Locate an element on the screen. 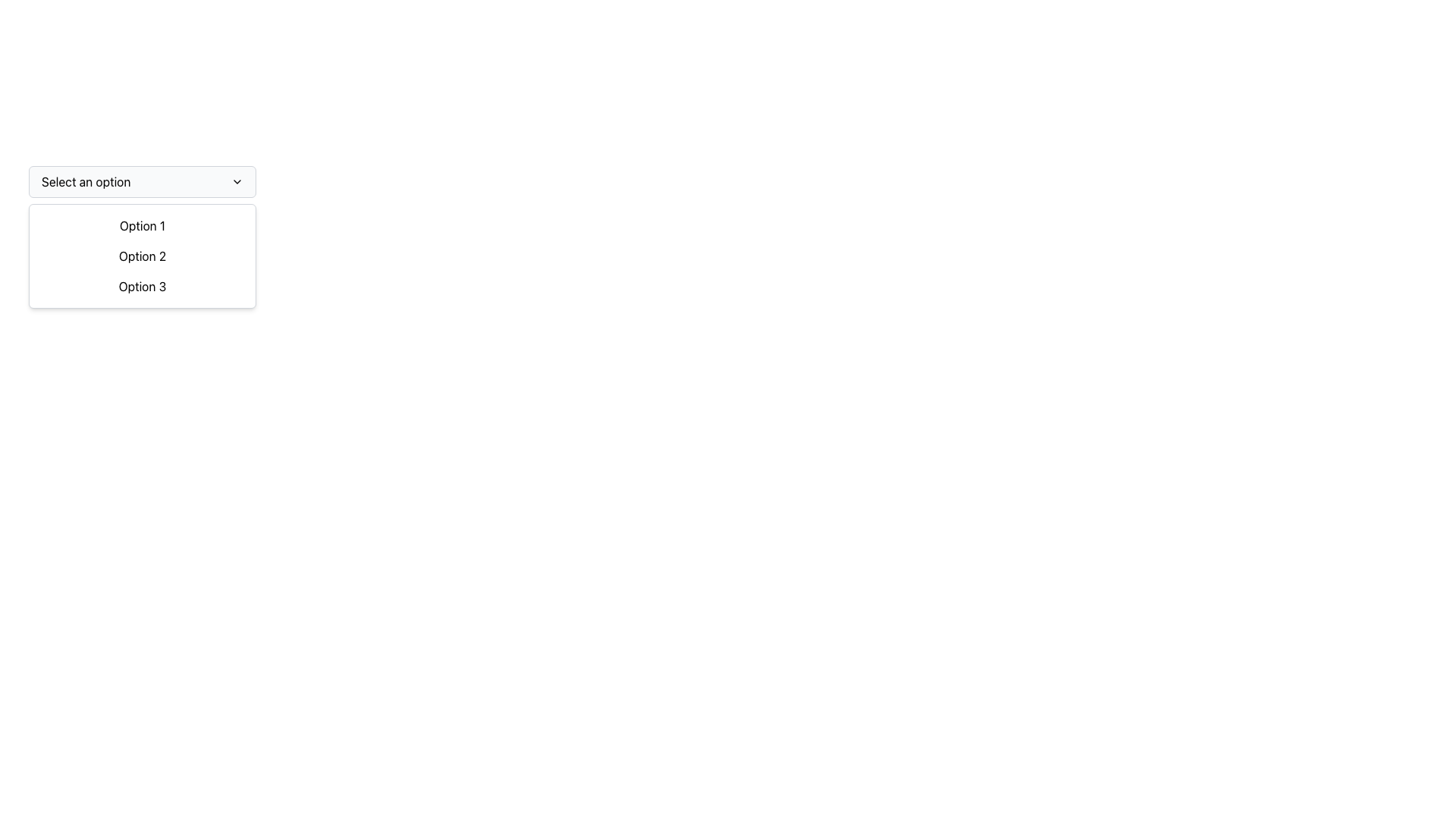 The image size is (1456, 819). the text label reading 'Select an option', which is located on the left side of the dropdown component, positioned between the left margin and an arrow icon is located at coordinates (85, 180).